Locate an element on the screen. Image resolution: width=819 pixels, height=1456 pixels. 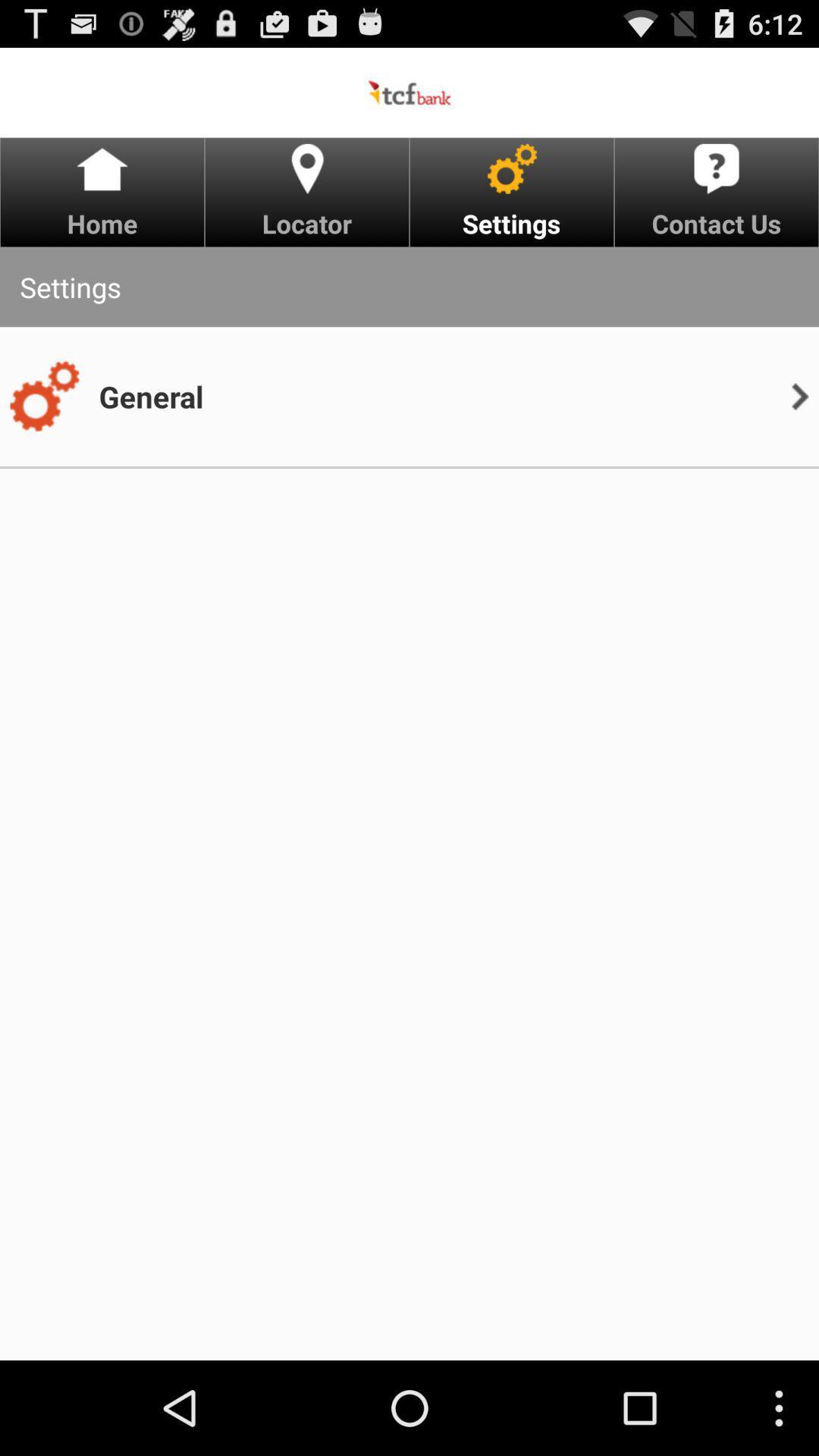
app below the settings is located at coordinates (43, 397).